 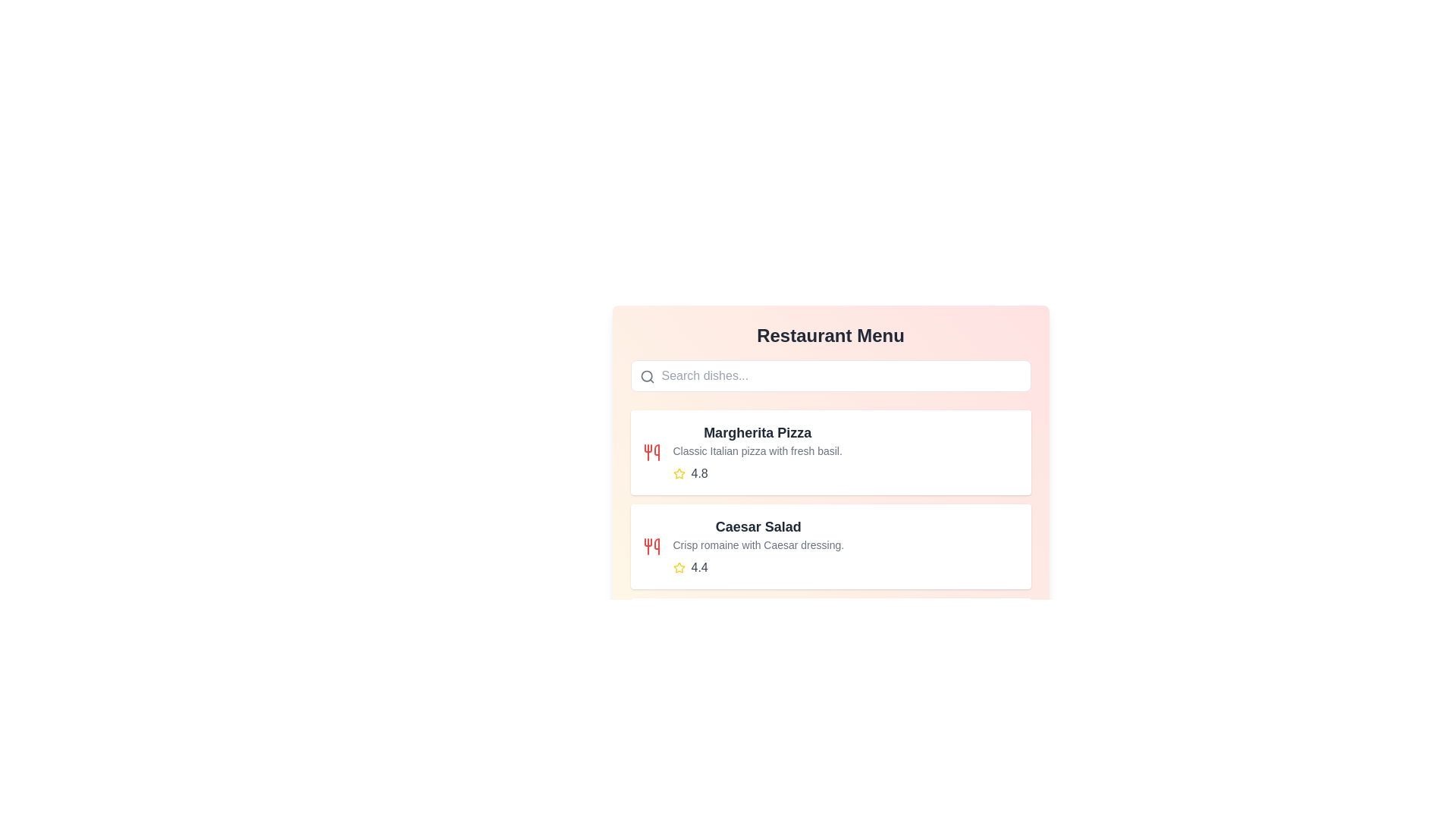 What do you see at coordinates (758, 567) in the screenshot?
I see `the Rating display component that shows the rating for 'Caesar Salad', located in the lower-right section of the card` at bounding box center [758, 567].